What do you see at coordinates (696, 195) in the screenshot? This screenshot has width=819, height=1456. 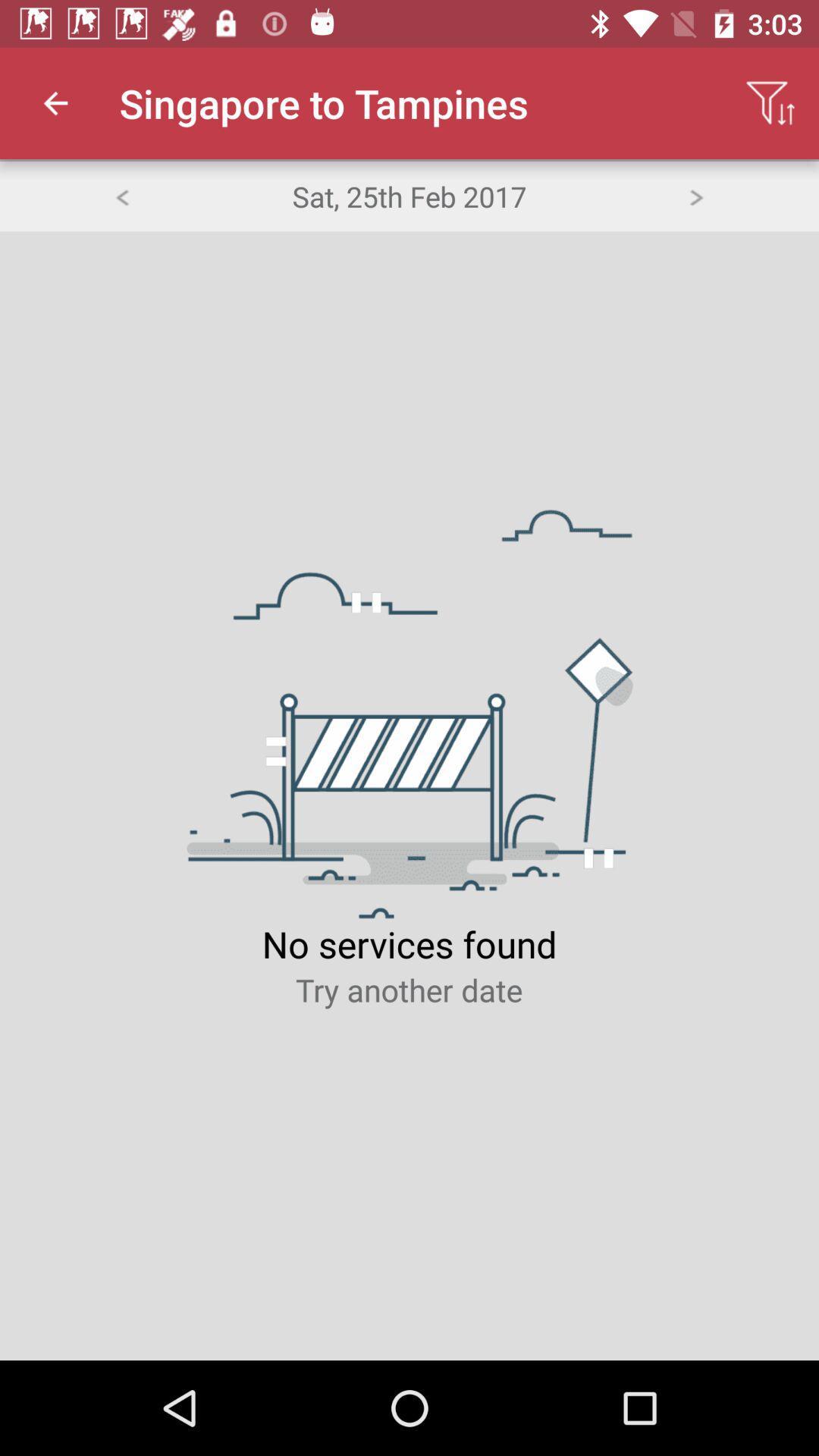 I see `the arrow_forward icon` at bounding box center [696, 195].